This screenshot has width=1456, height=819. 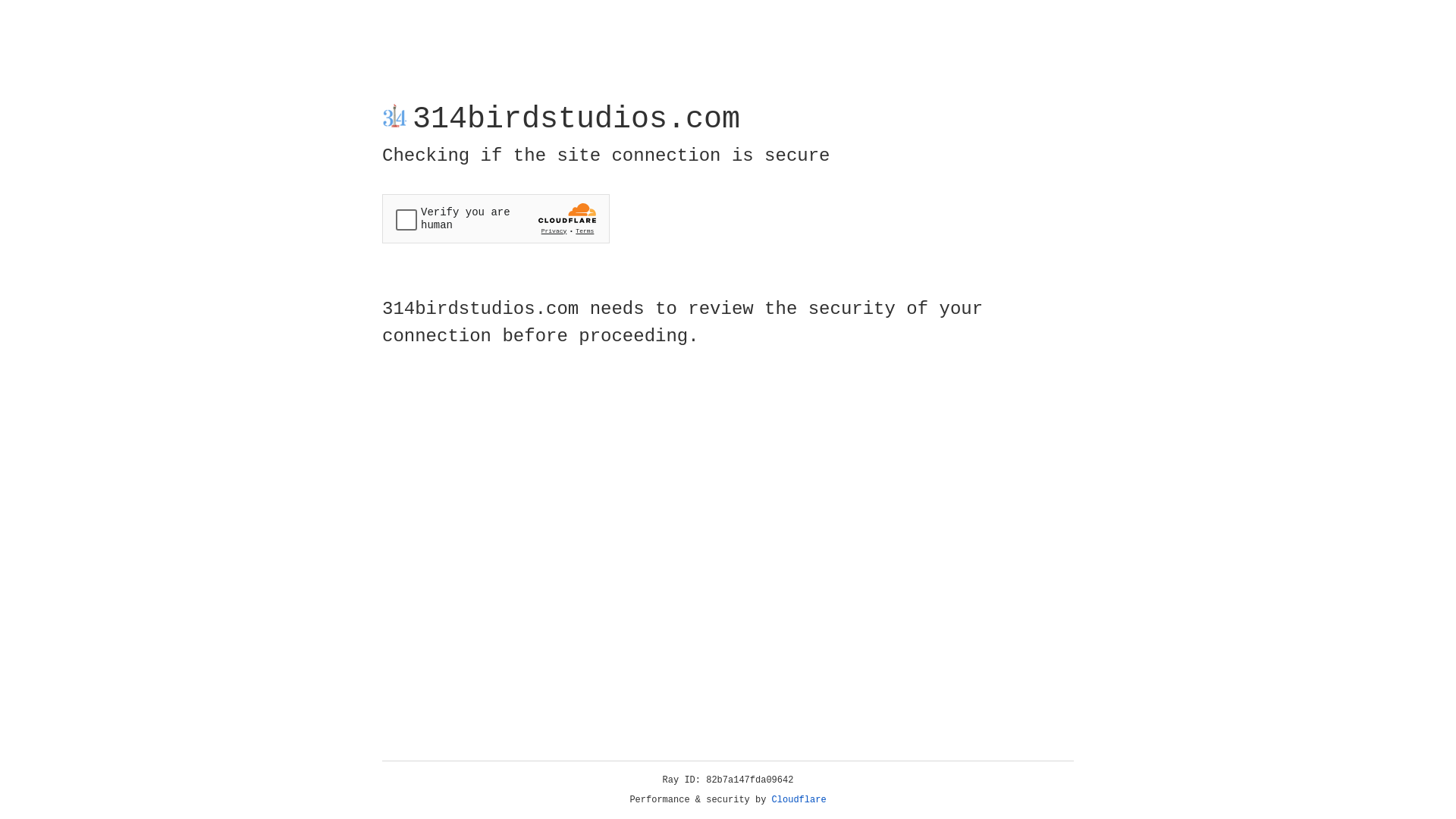 What do you see at coordinates (799, 799) in the screenshot?
I see `'Cloudflare'` at bounding box center [799, 799].